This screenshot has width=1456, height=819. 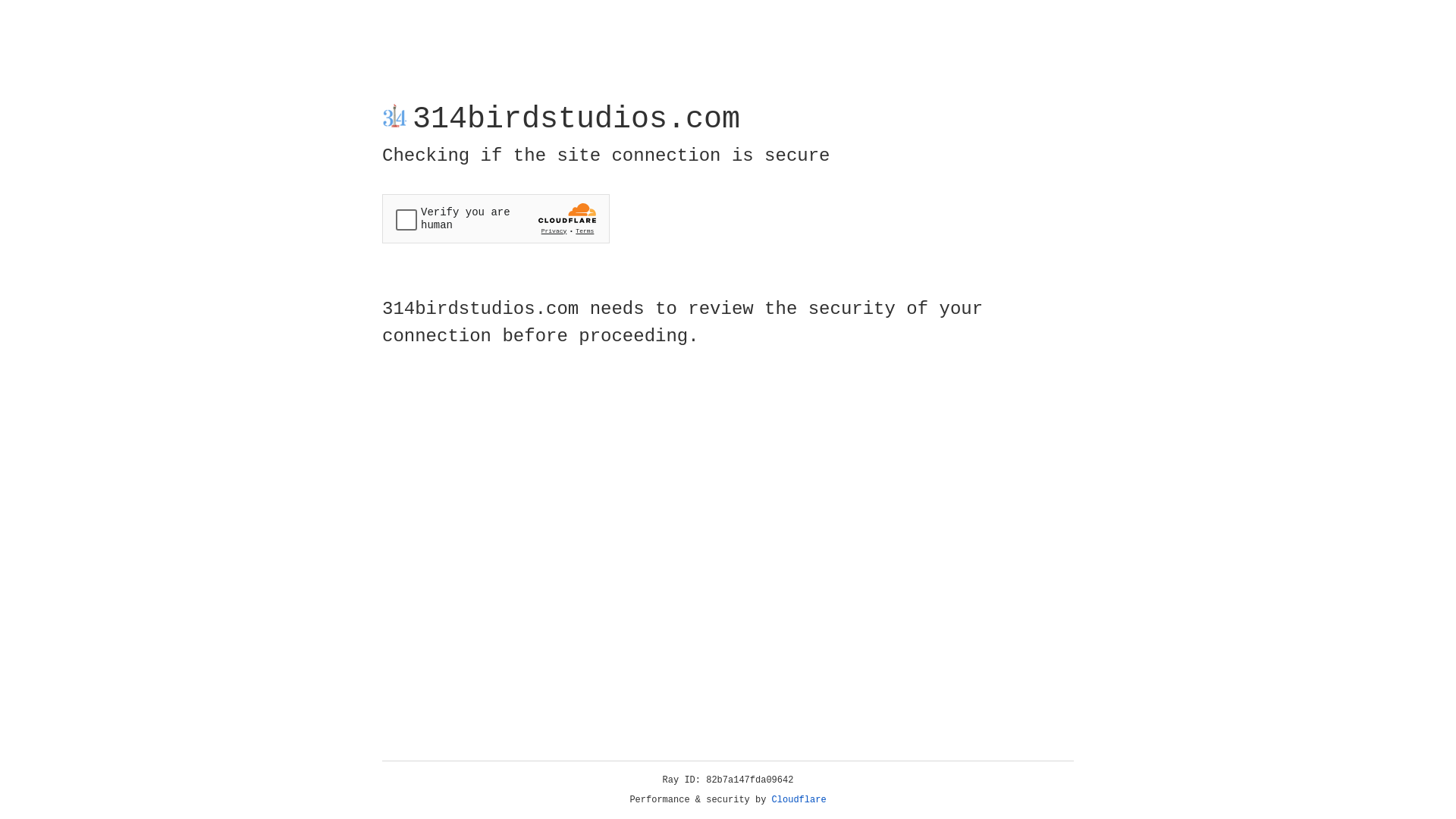 What do you see at coordinates (799, 799) in the screenshot?
I see `'Cloudflare'` at bounding box center [799, 799].